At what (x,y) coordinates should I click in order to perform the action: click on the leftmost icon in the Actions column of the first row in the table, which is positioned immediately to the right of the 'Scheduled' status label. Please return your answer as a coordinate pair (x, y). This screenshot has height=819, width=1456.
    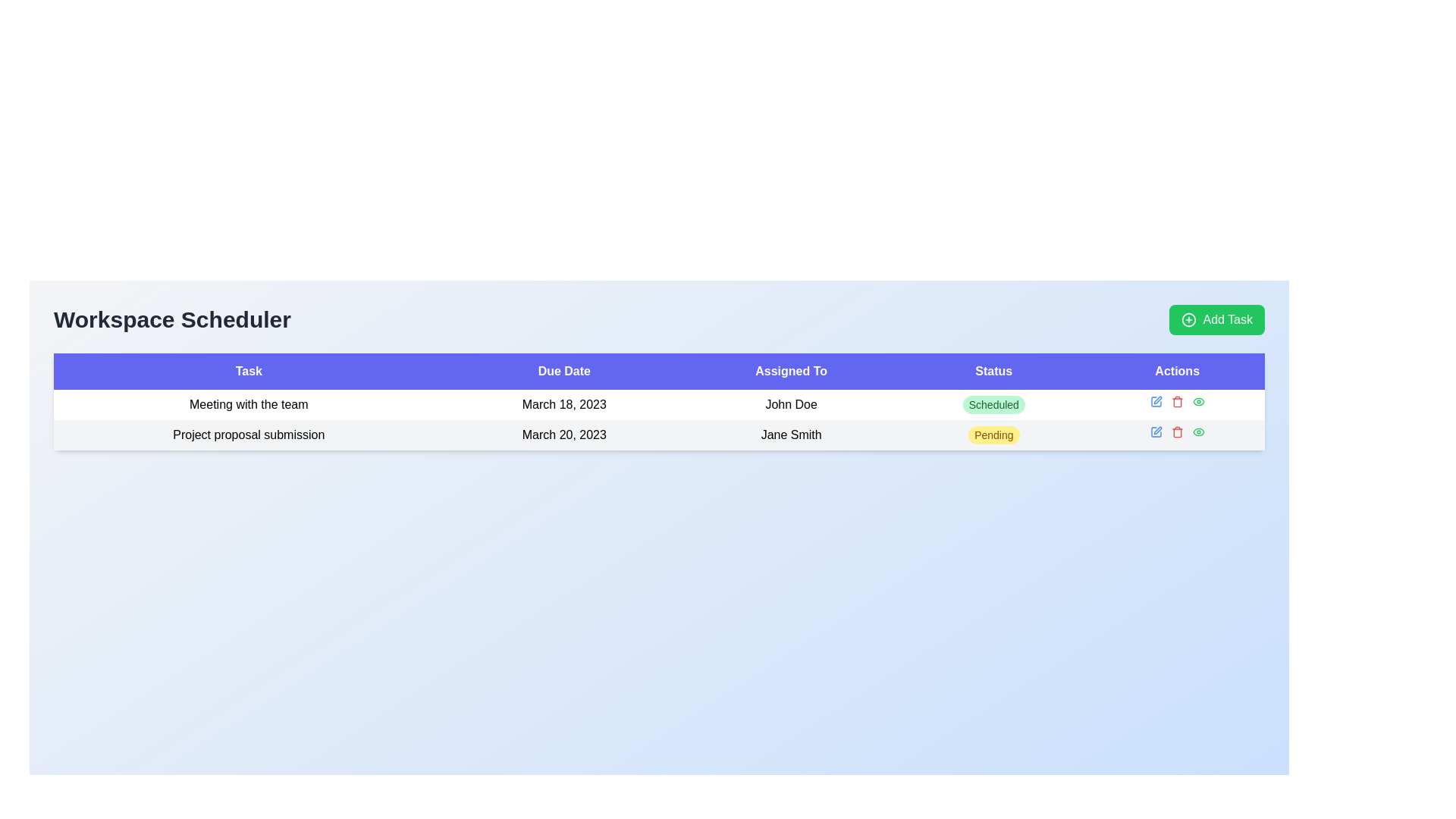
    Looking at the image, I should click on (1155, 432).